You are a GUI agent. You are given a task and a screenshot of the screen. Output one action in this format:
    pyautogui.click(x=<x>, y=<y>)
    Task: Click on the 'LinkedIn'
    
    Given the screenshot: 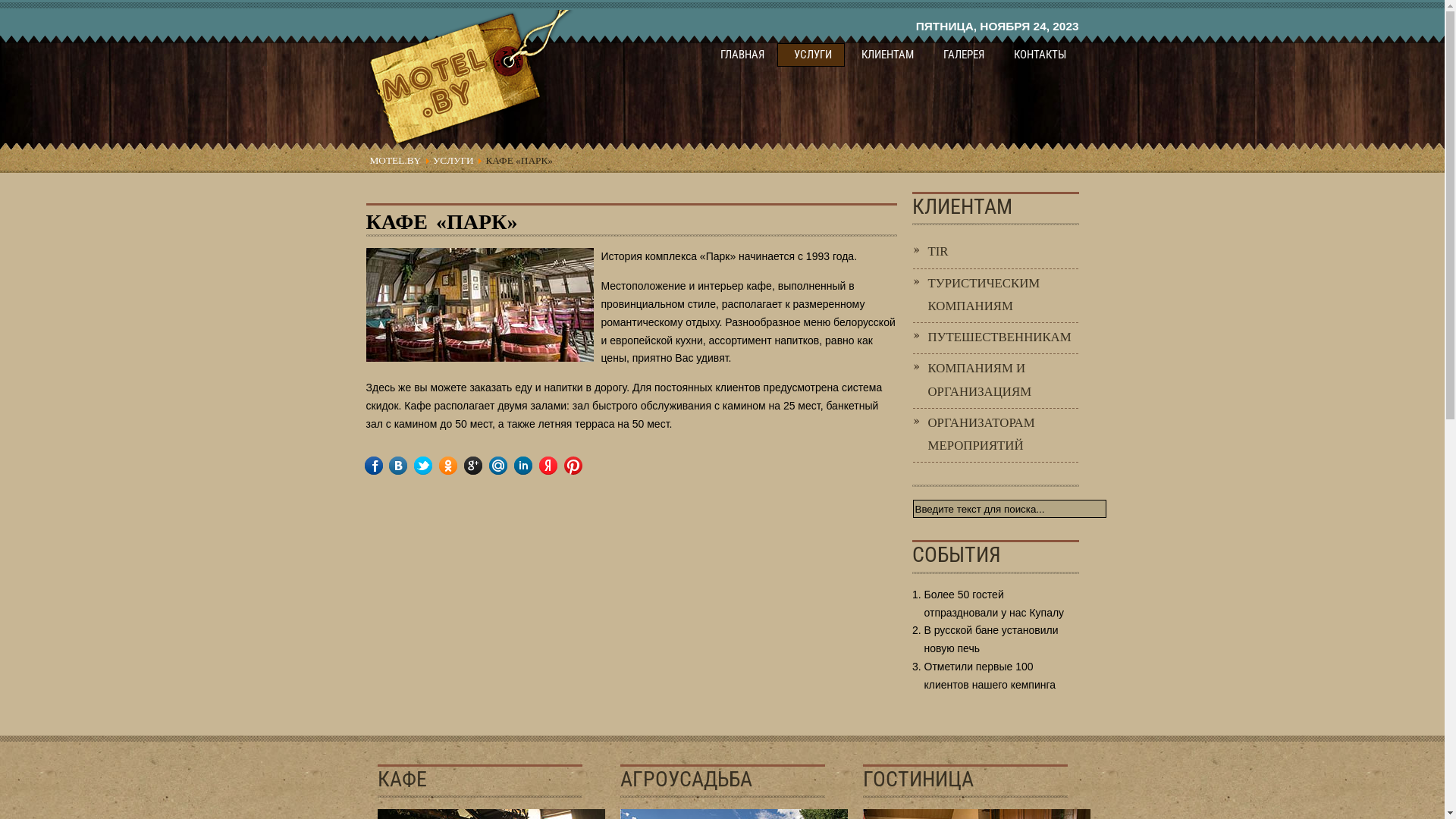 What is the action you would take?
    pyautogui.click(x=534, y=464)
    